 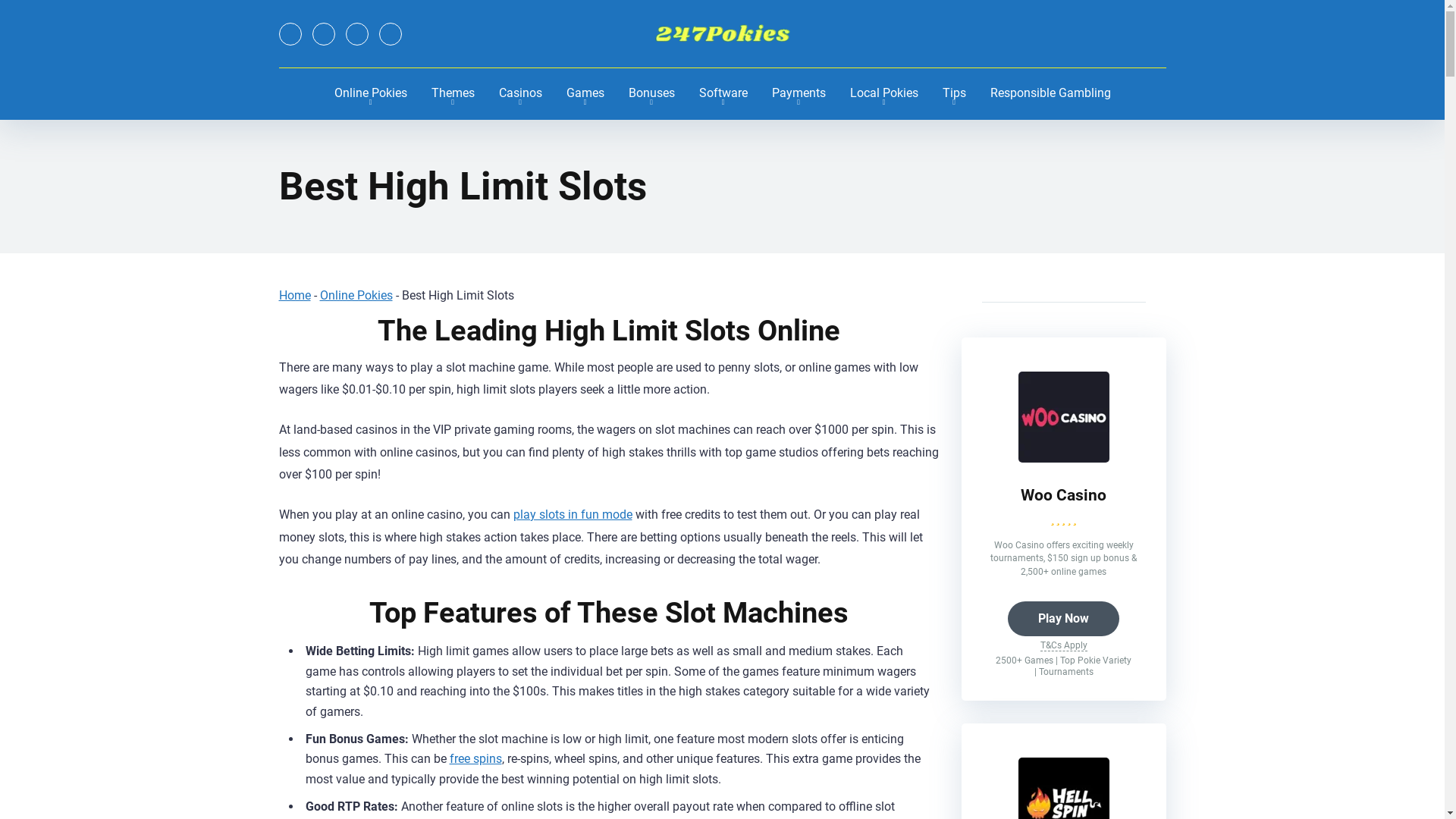 What do you see at coordinates (294, 295) in the screenshot?
I see `'Home'` at bounding box center [294, 295].